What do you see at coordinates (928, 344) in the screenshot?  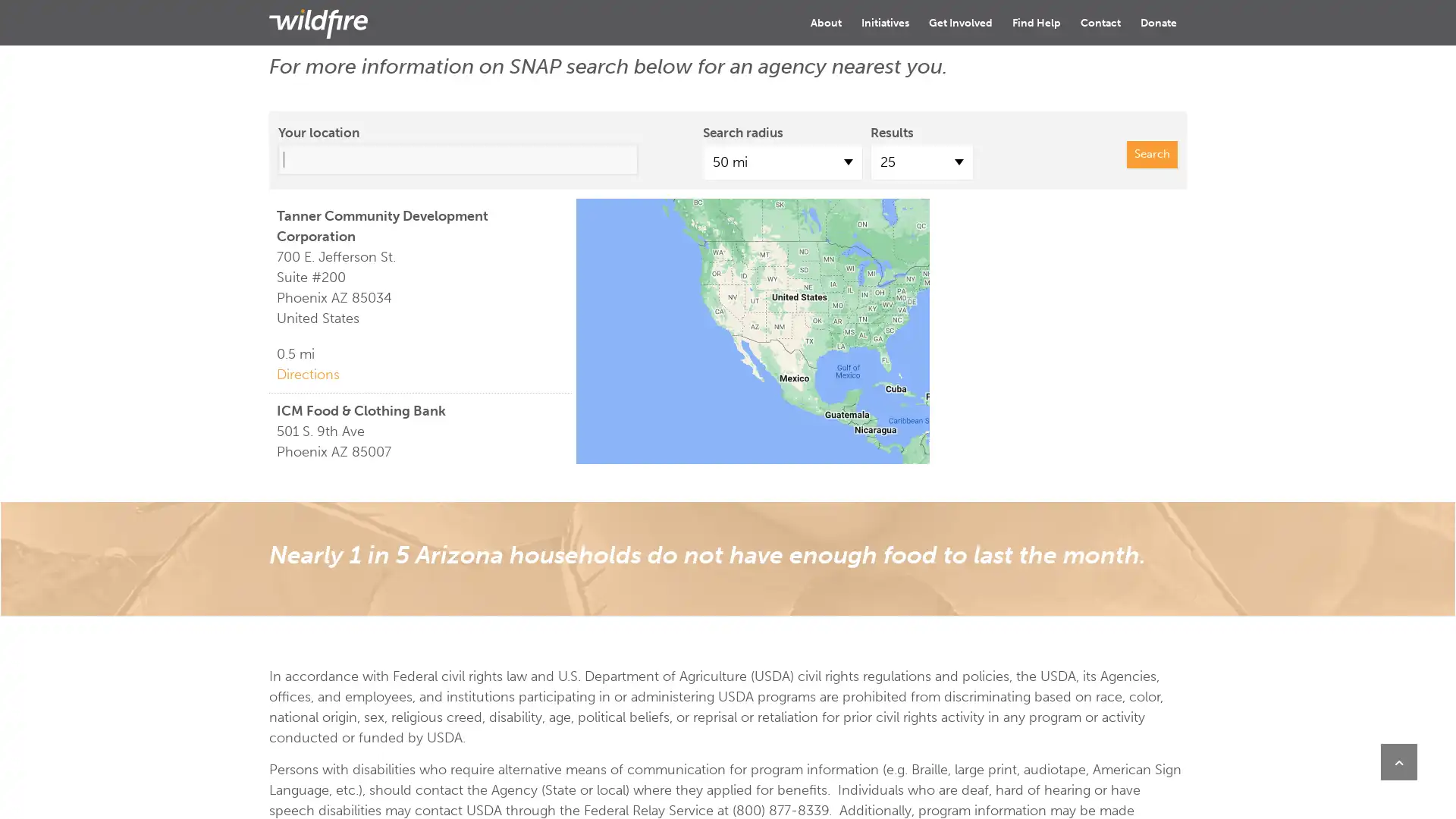 I see `Maricopa Community Colleges: Rio Salado` at bounding box center [928, 344].